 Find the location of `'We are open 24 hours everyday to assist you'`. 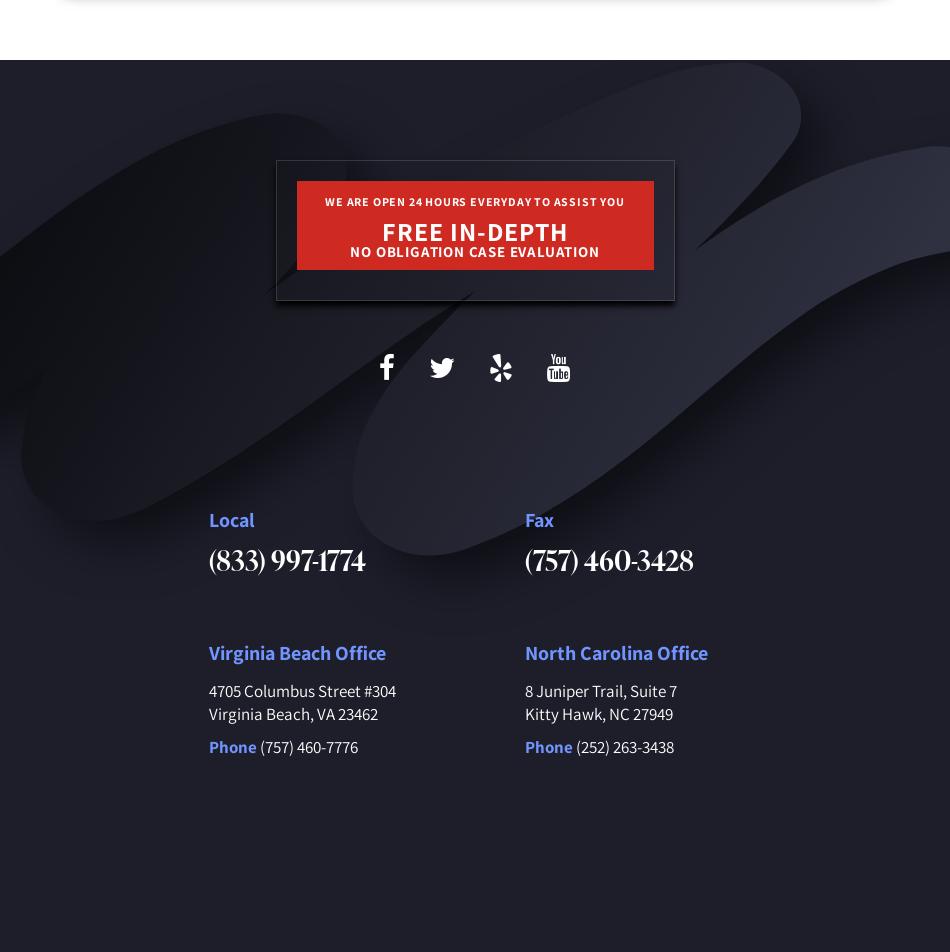

'We are open 24 hours everyday to assist you' is located at coordinates (473, 201).